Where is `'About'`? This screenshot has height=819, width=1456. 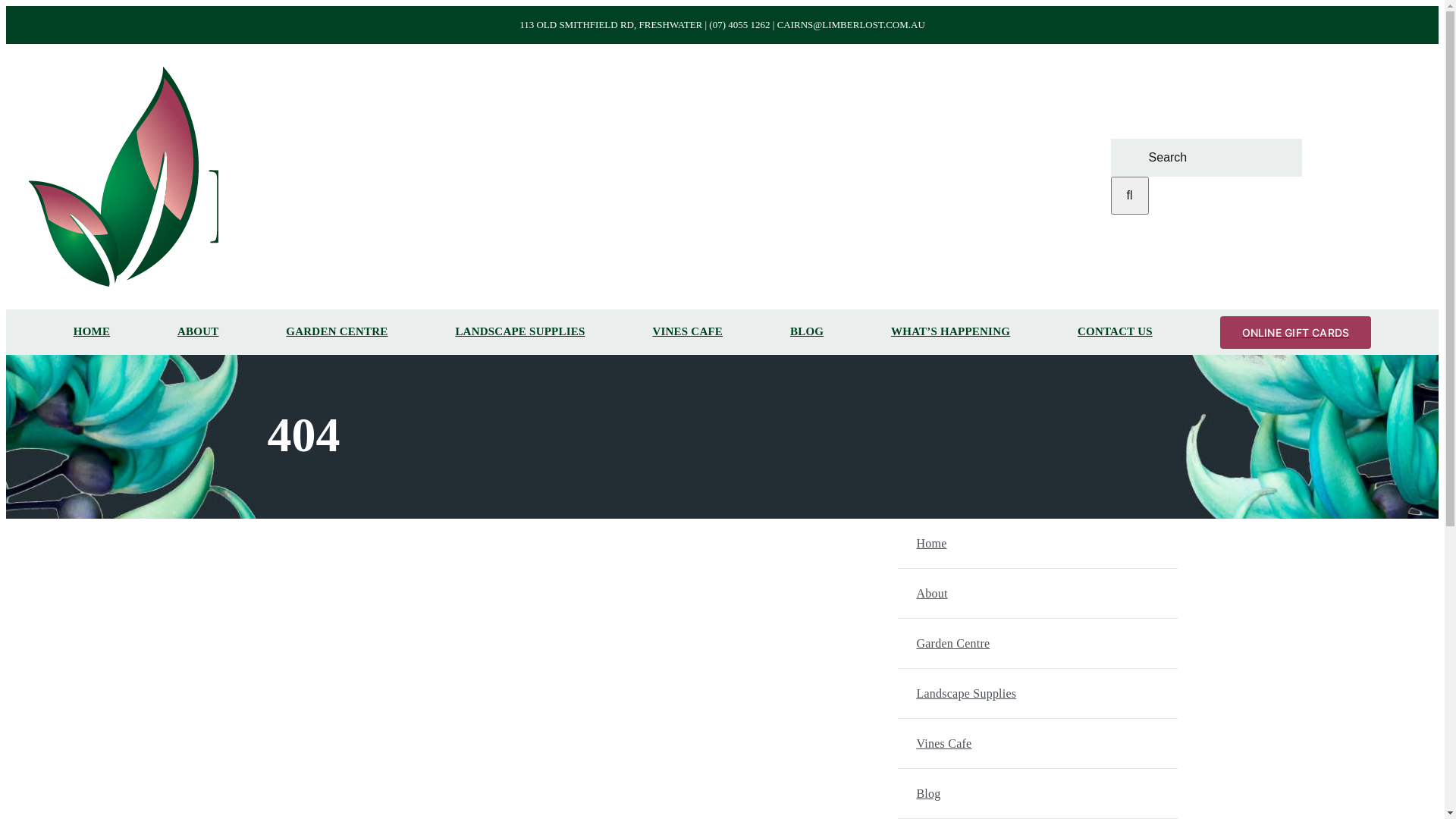
'About' is located at coordinates (1055, 592).